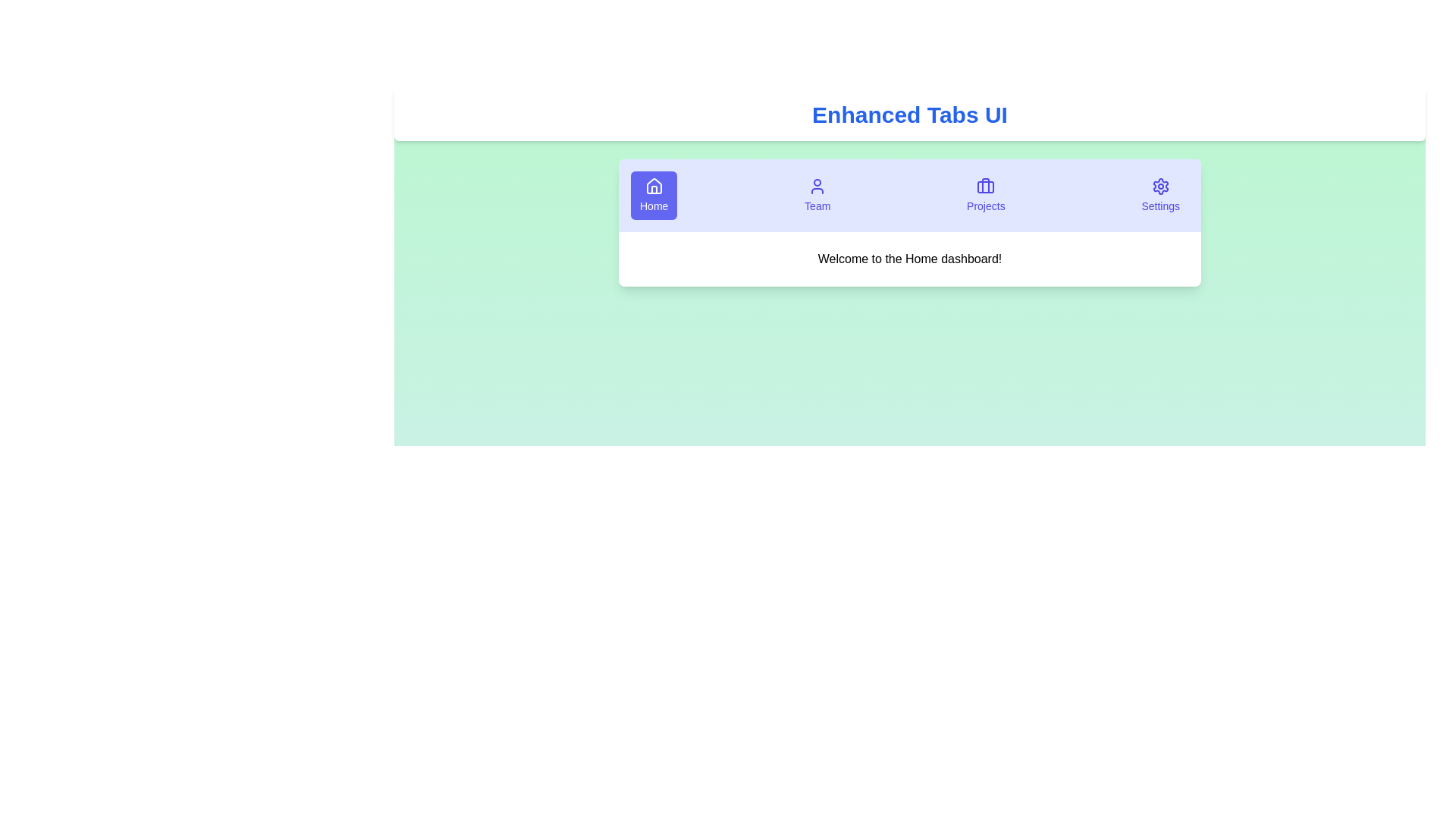  I want to click on the rectangular SVG graphic element representing the briefcase icon within the Projects tab, so click(986, 186).